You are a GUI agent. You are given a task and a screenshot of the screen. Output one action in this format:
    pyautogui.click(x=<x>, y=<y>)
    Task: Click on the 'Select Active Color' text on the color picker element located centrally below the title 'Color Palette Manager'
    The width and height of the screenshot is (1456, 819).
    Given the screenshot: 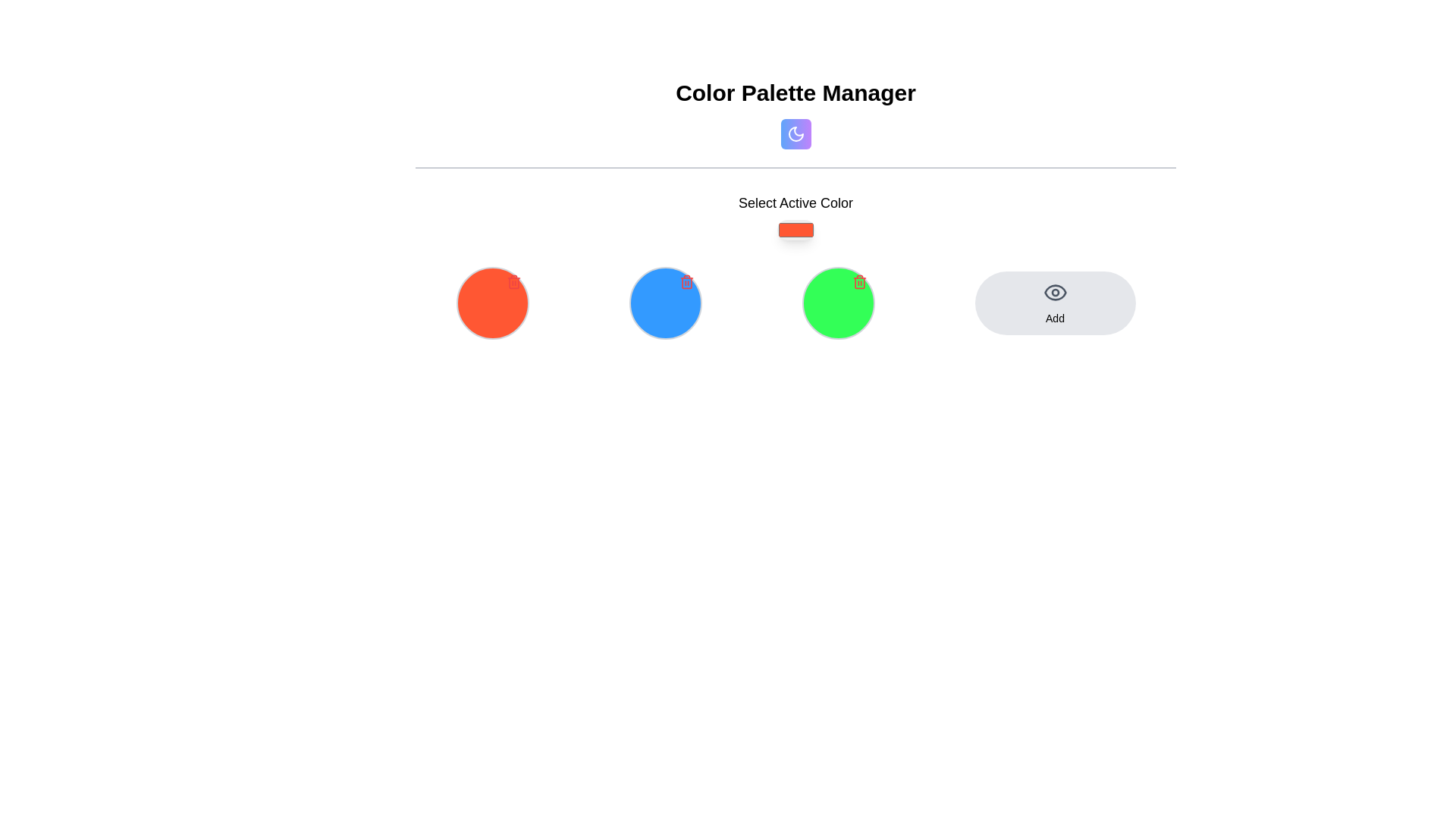 What is the action you would take?
    pyautogui.click(x=795, y=217)
    